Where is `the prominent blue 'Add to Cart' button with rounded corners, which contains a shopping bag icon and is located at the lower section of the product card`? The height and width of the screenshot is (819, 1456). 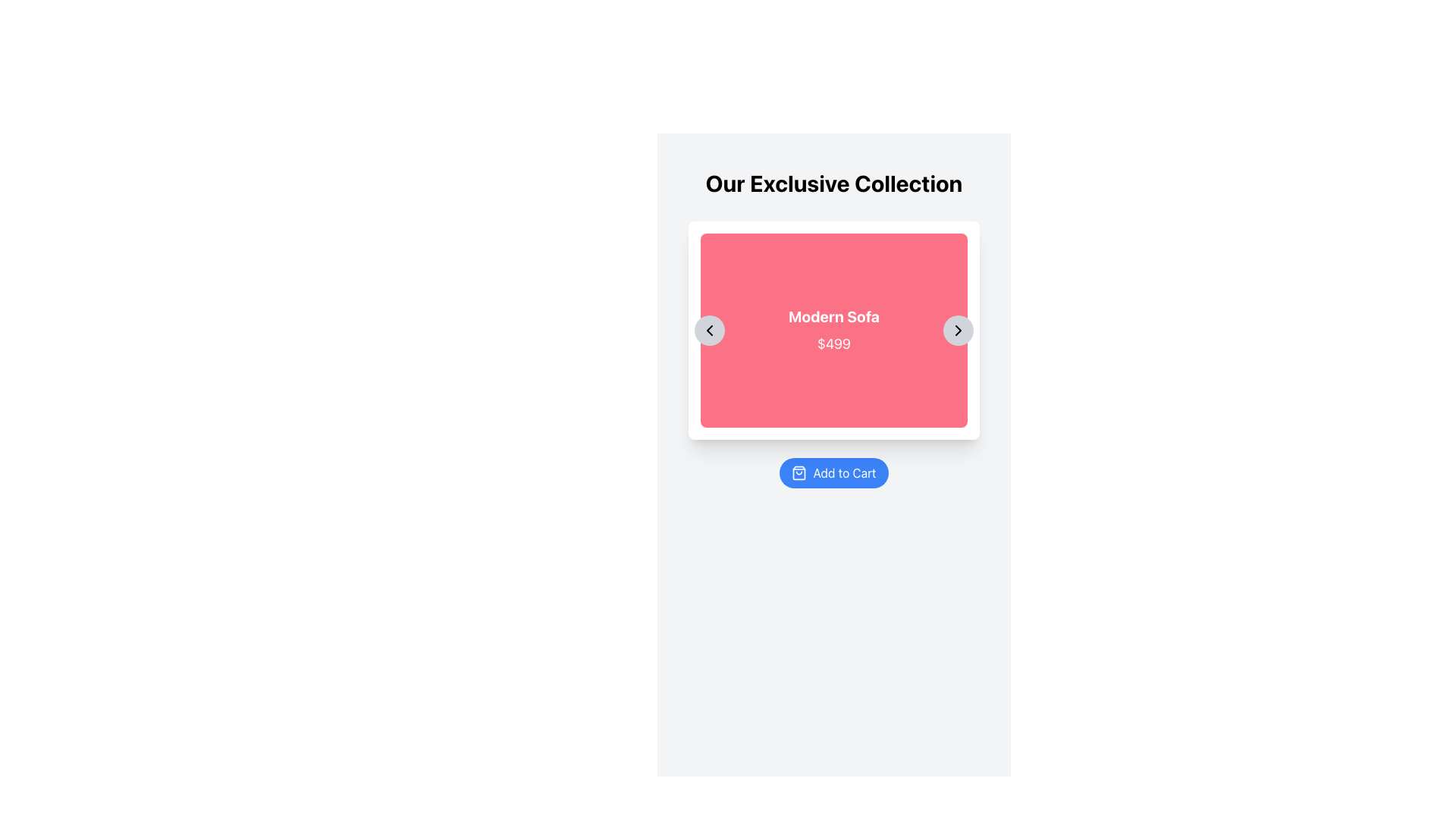 the prominent blue 'Add to Cart' button with rounded corners, which contains a shopping bag icon and is located at the lower section of the product card is located at coordinates (833, 472).